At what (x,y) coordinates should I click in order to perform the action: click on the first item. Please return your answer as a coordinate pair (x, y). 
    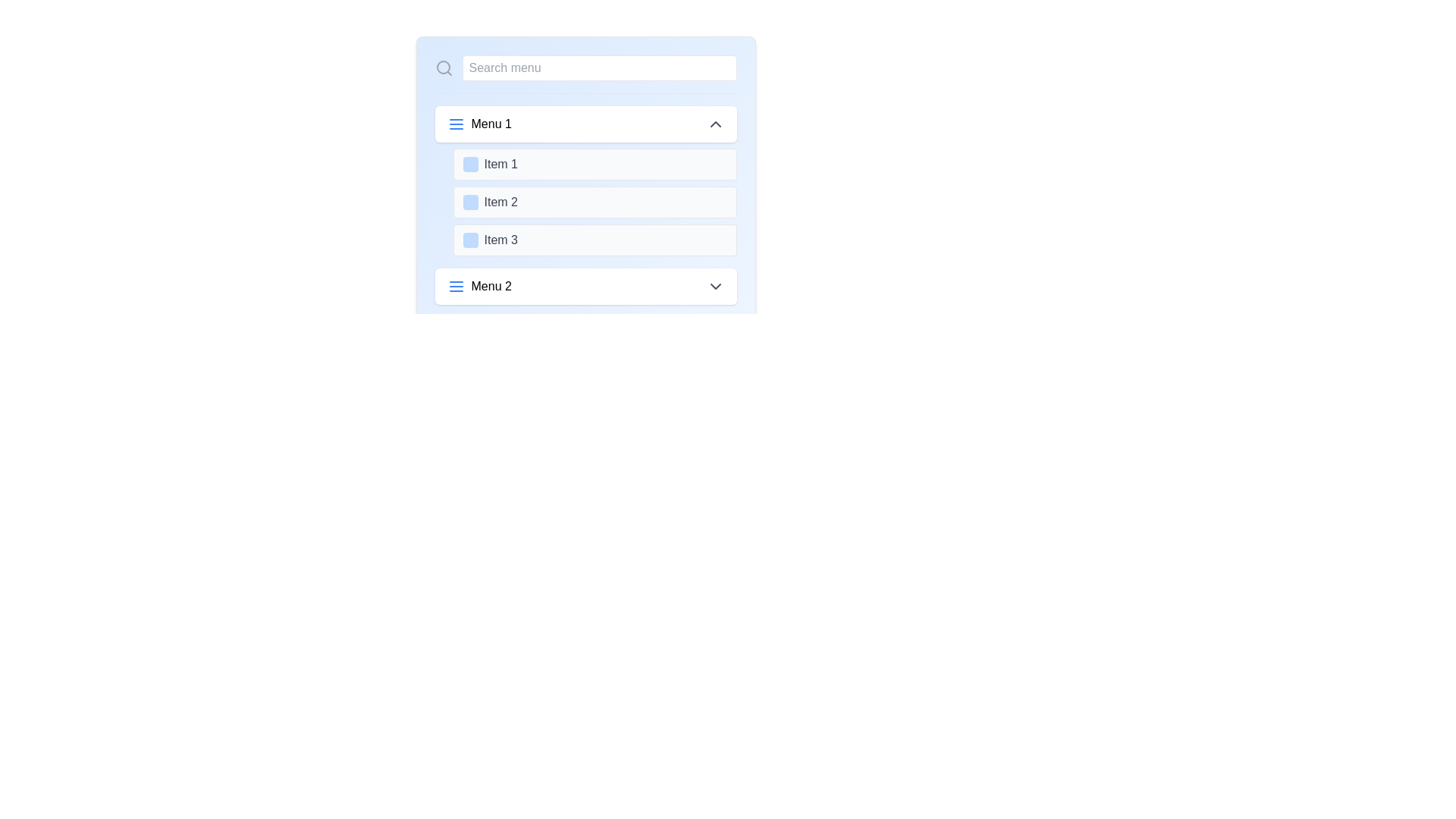
    Looking at the image, I should click on (594, 164).